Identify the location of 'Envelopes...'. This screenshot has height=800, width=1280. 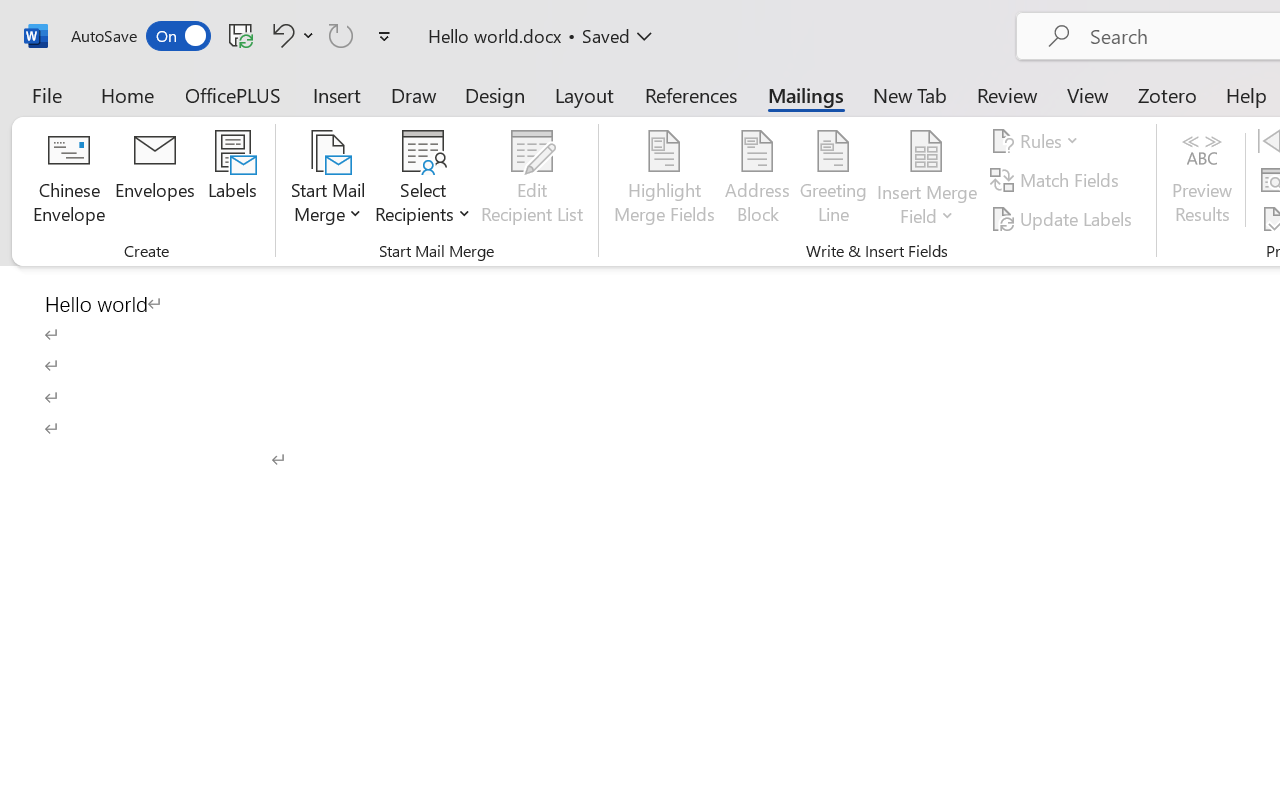
(154, 179).